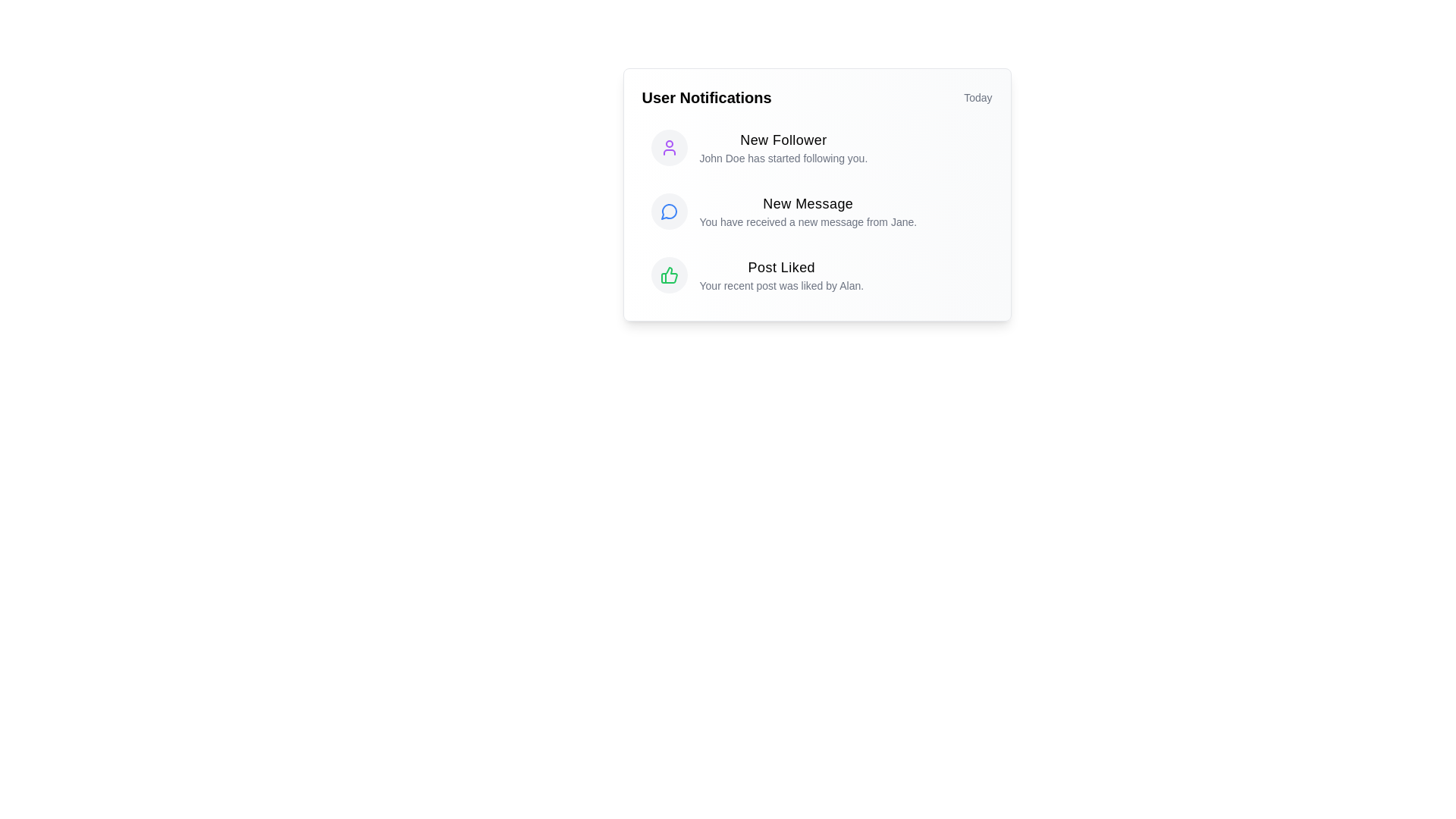 This screenshot has height=819, width=1456. I want to click on the purple-colored user icon resembling an outline of a head and torso, which is located adjacent to the 'New Follower' notification for 'John Doe has started following you.', so click(668, 148).